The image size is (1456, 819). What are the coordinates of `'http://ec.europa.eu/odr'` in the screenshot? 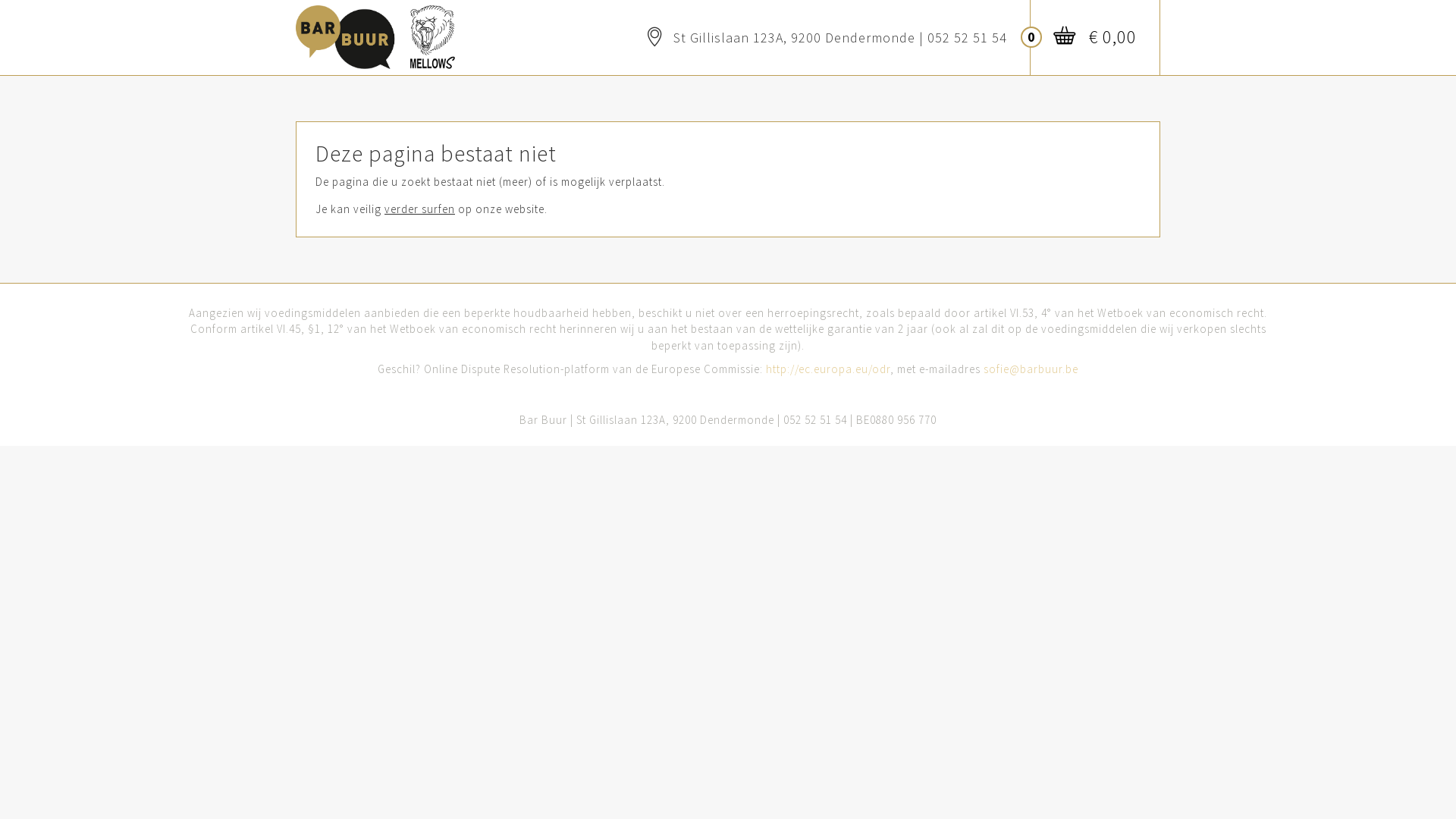 It's located at (827, 369).